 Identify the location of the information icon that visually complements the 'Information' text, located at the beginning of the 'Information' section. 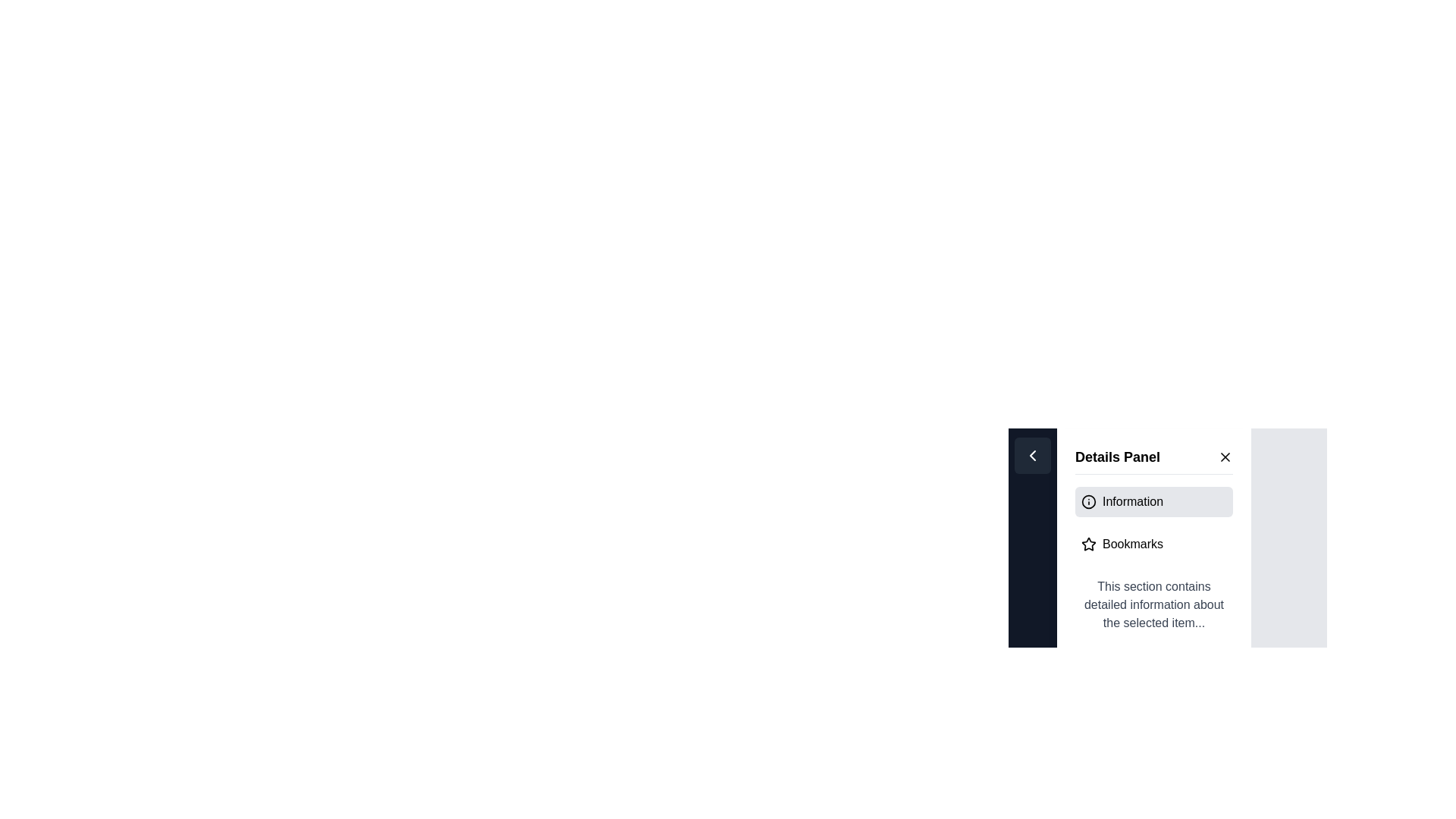
(1087, 502).